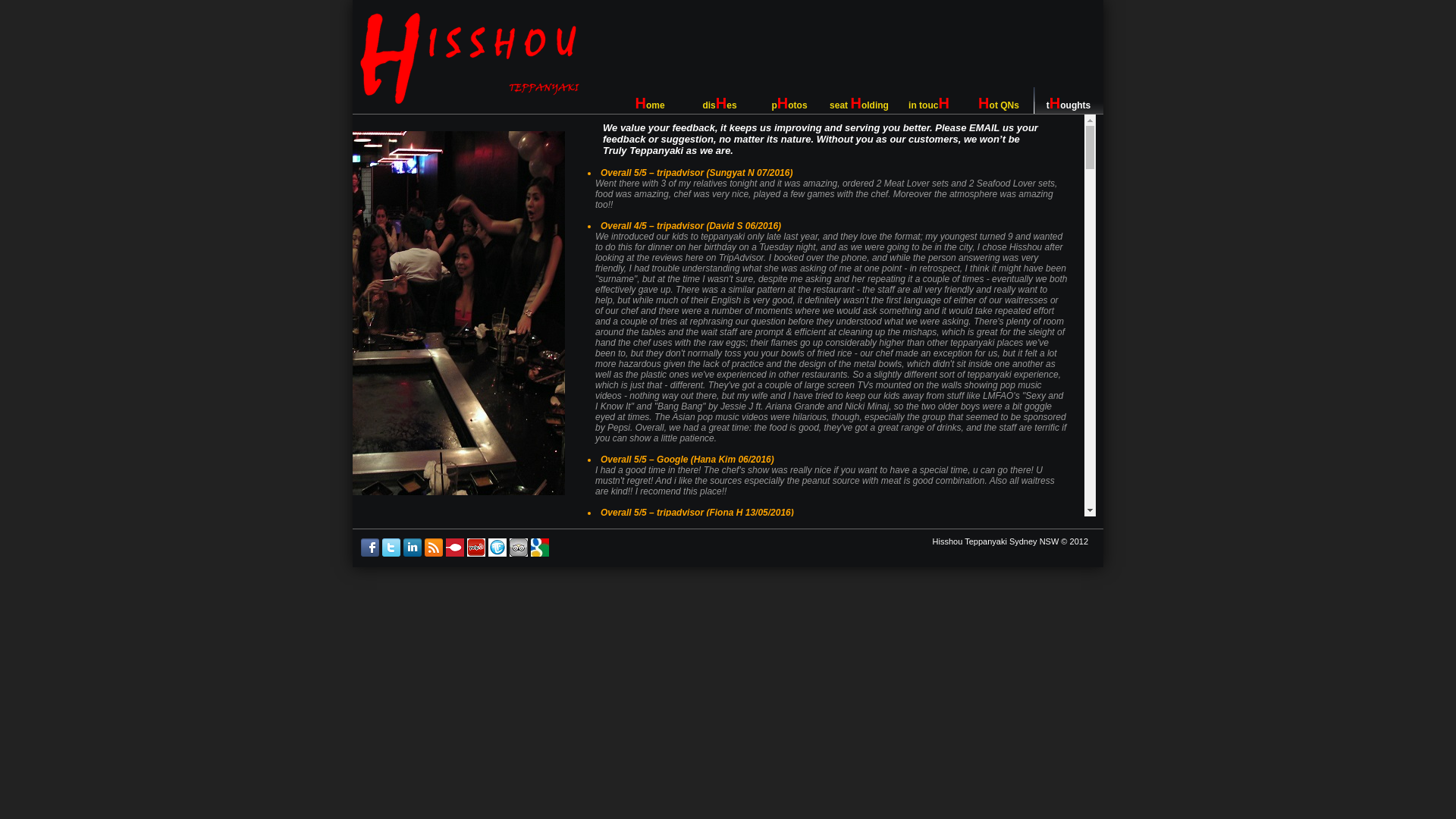 This screenshot has width=1456, height=819. Describe the element at coordinates (391, 553) in the screenshot. I see `'twitter'` at that location.